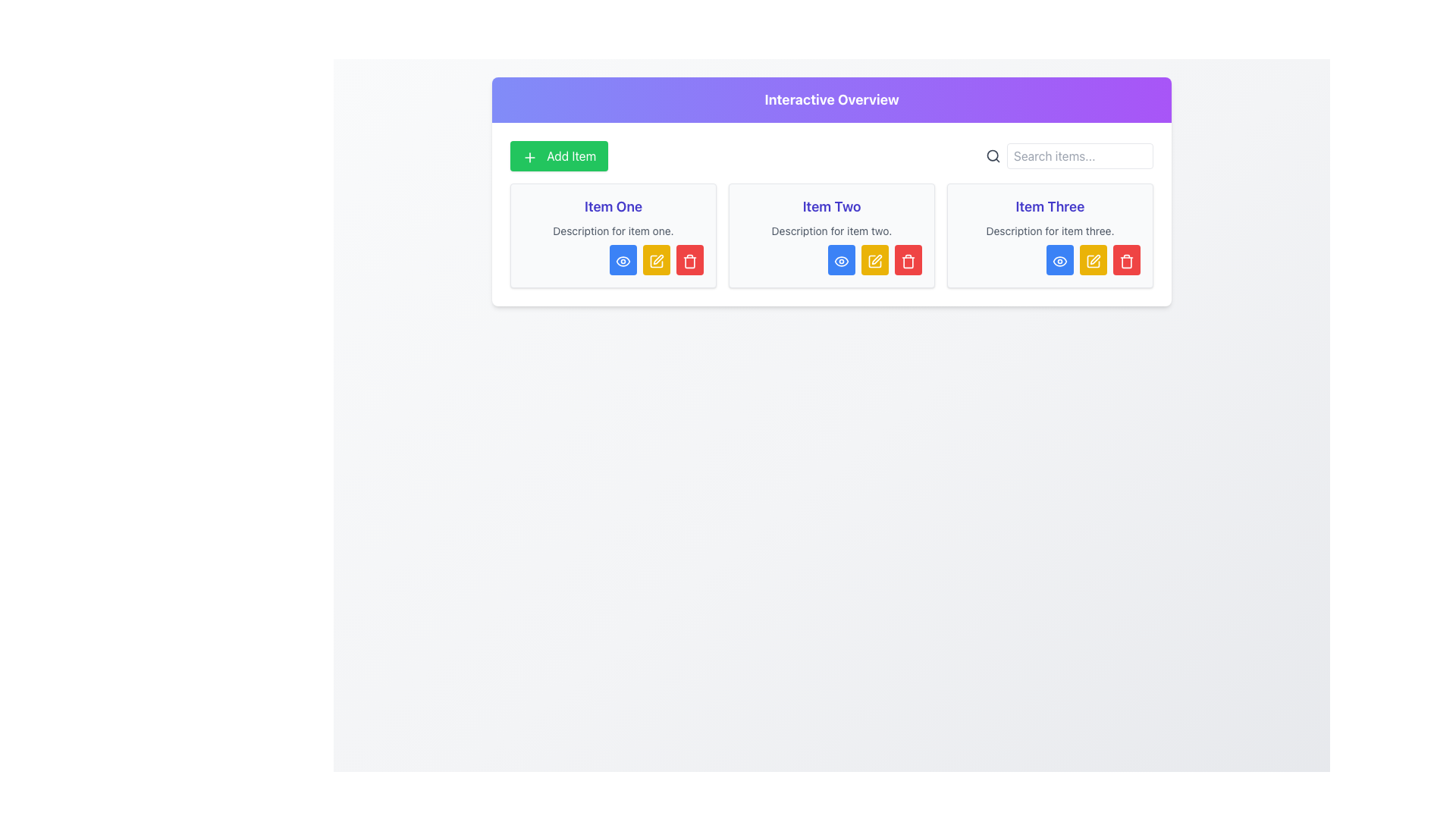 The image size is (1456, 819). What do you see at coordinates (1050, 236) in the screenshot?
I see `the blue button on the rightmost card in the 'Interactive Overview' section` at bounding box center [1050, 236].